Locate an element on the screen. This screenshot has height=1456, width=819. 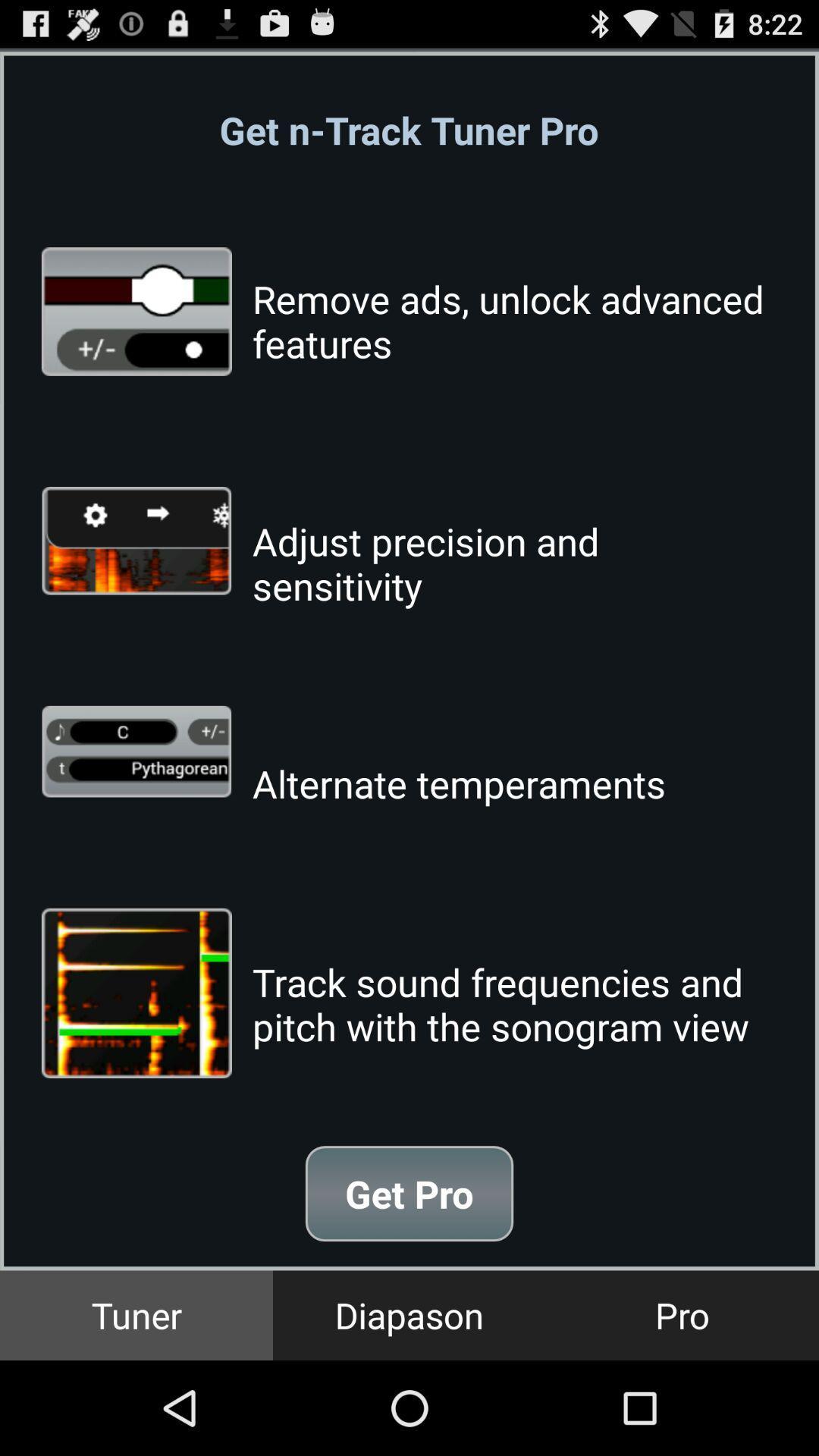
the diapason is located at coordinates (409, 1314).